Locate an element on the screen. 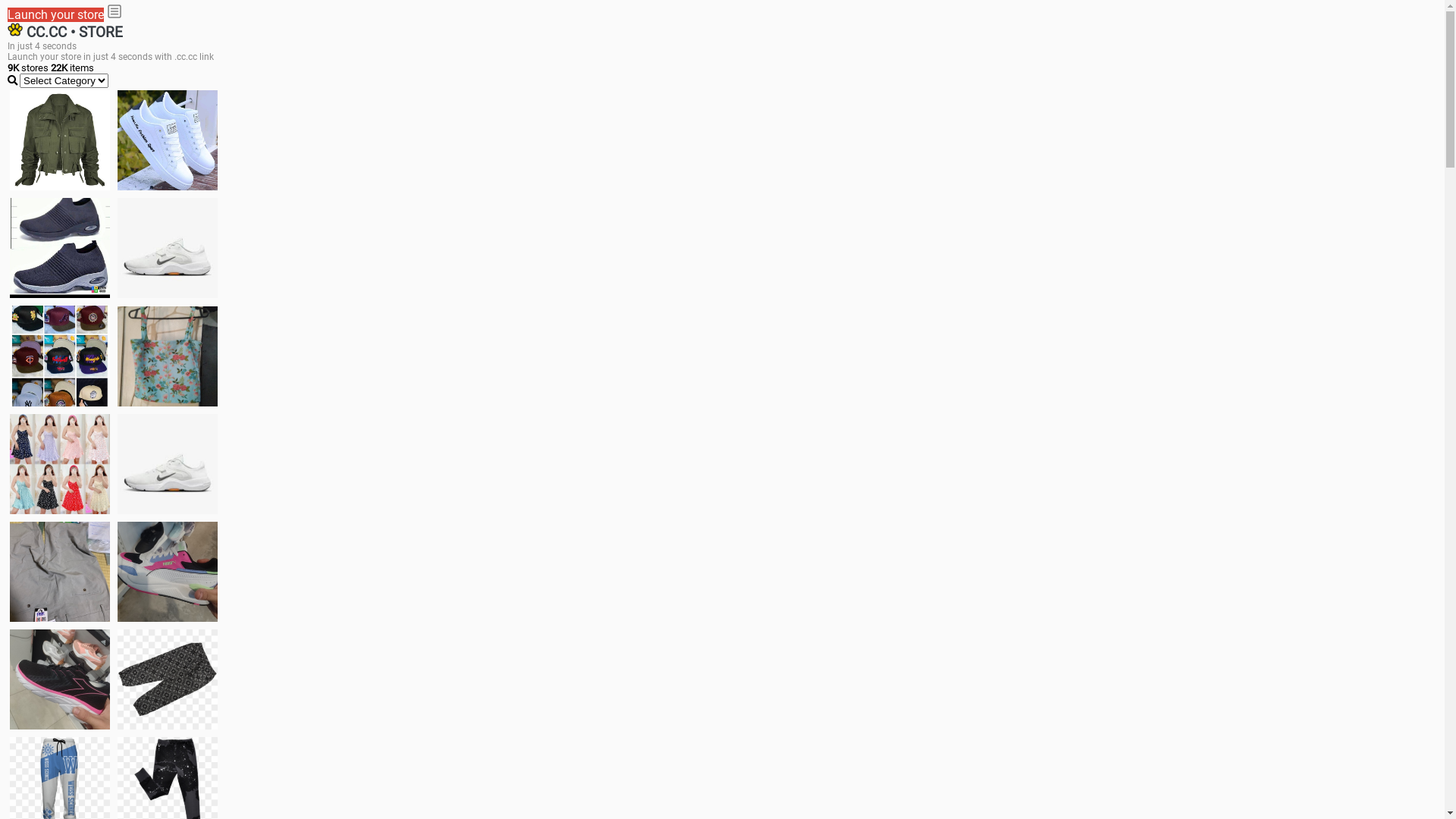 The width and height of the screenshot is (1456, 819). 'Shoes' is located at coordinates (116, 463).